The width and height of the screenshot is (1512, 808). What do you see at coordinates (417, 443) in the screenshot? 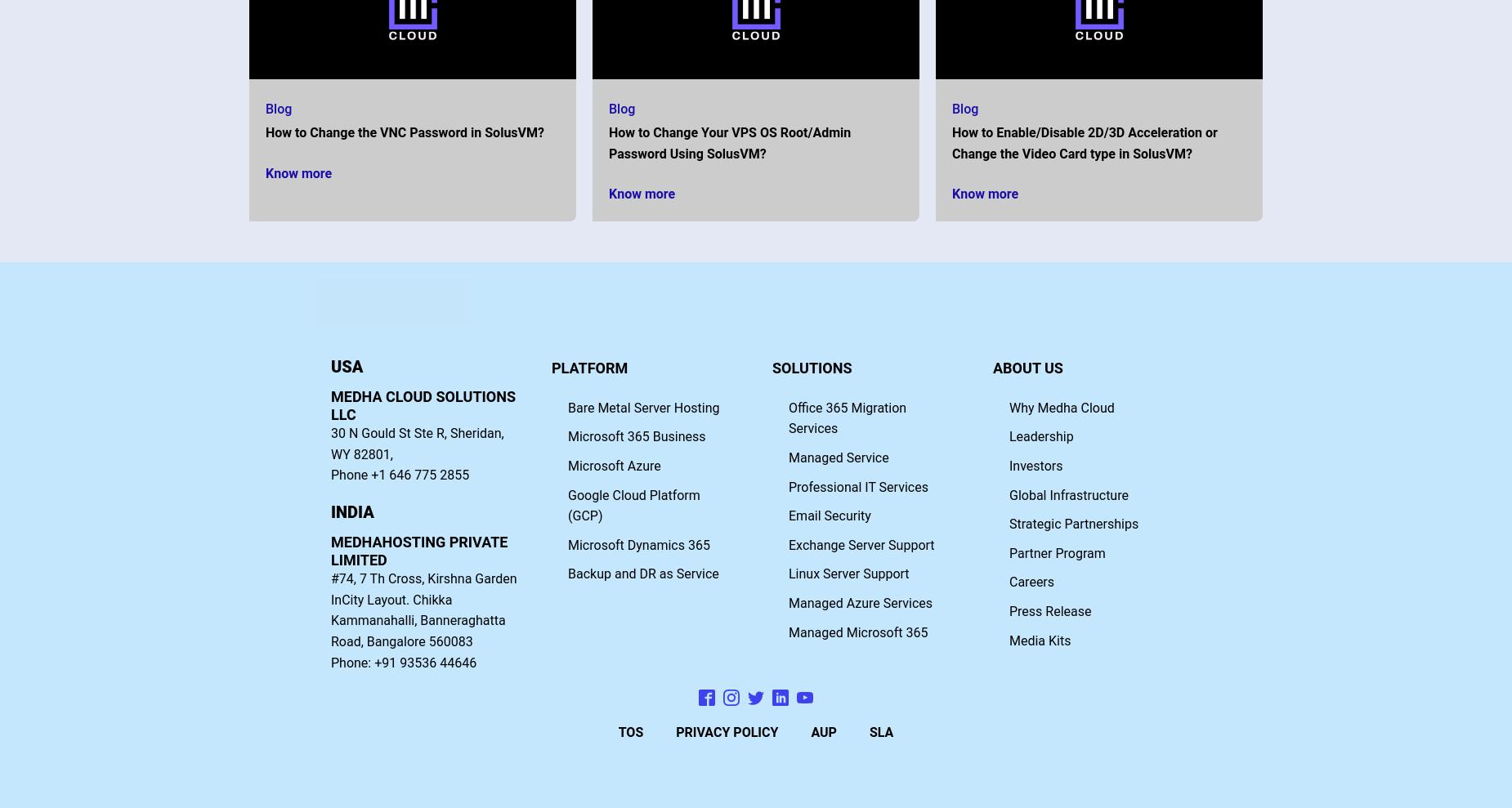
I see `'30 N Gould St Ste R, Sheridan, WY 82801,'` at bounding box center [417, 443].